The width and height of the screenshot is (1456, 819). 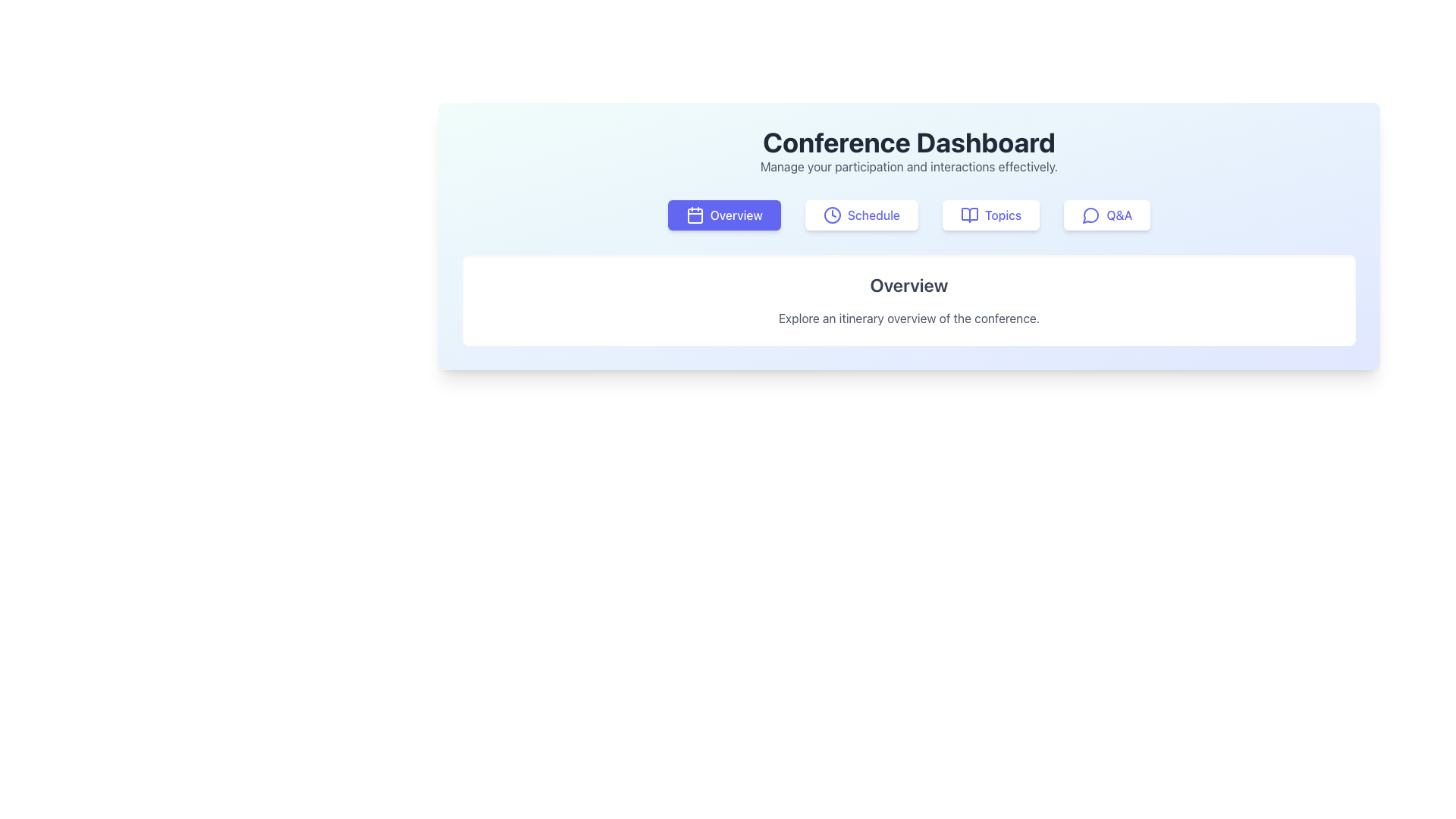 What do you see at coordinates (736, 215) in the screenshot?
I see `the text 'Overview' which is centrally located within the blue button labeled 'Overview', serving as a navigation option` at bounding box center [736, 215].